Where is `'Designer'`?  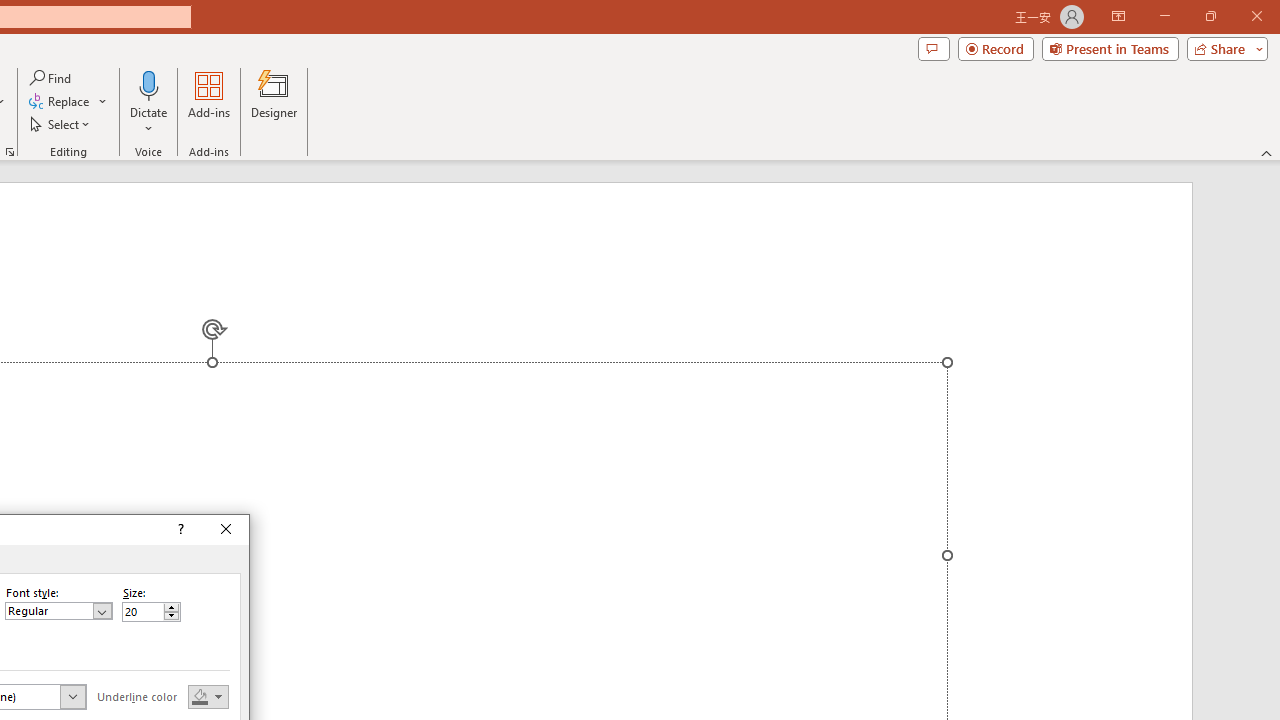 'Designer' is located at coordinates (273, 103).